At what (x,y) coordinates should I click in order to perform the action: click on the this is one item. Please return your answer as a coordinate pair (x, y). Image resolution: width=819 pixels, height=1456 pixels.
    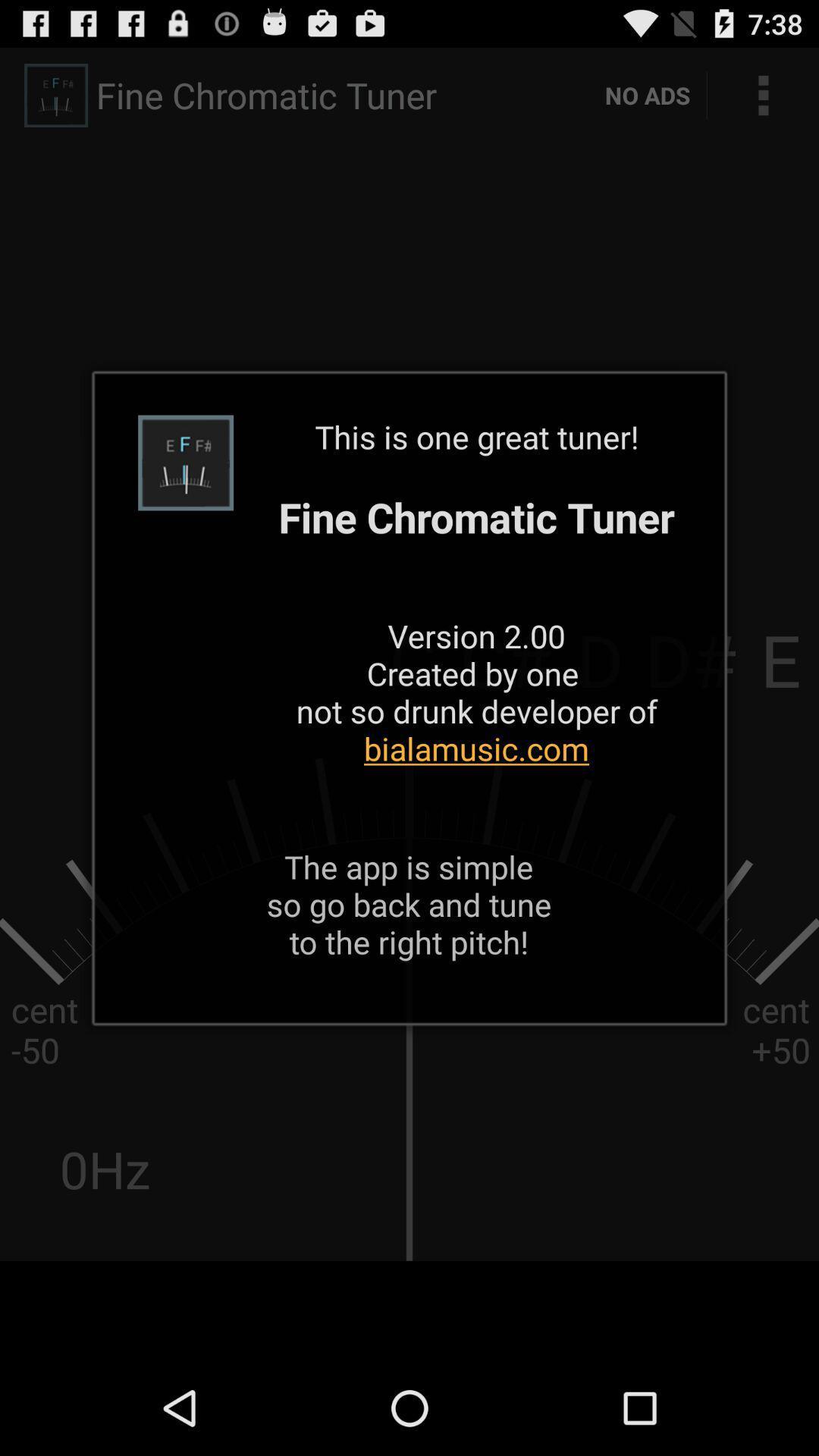
    Looking at the image, I should click on (475, 611).